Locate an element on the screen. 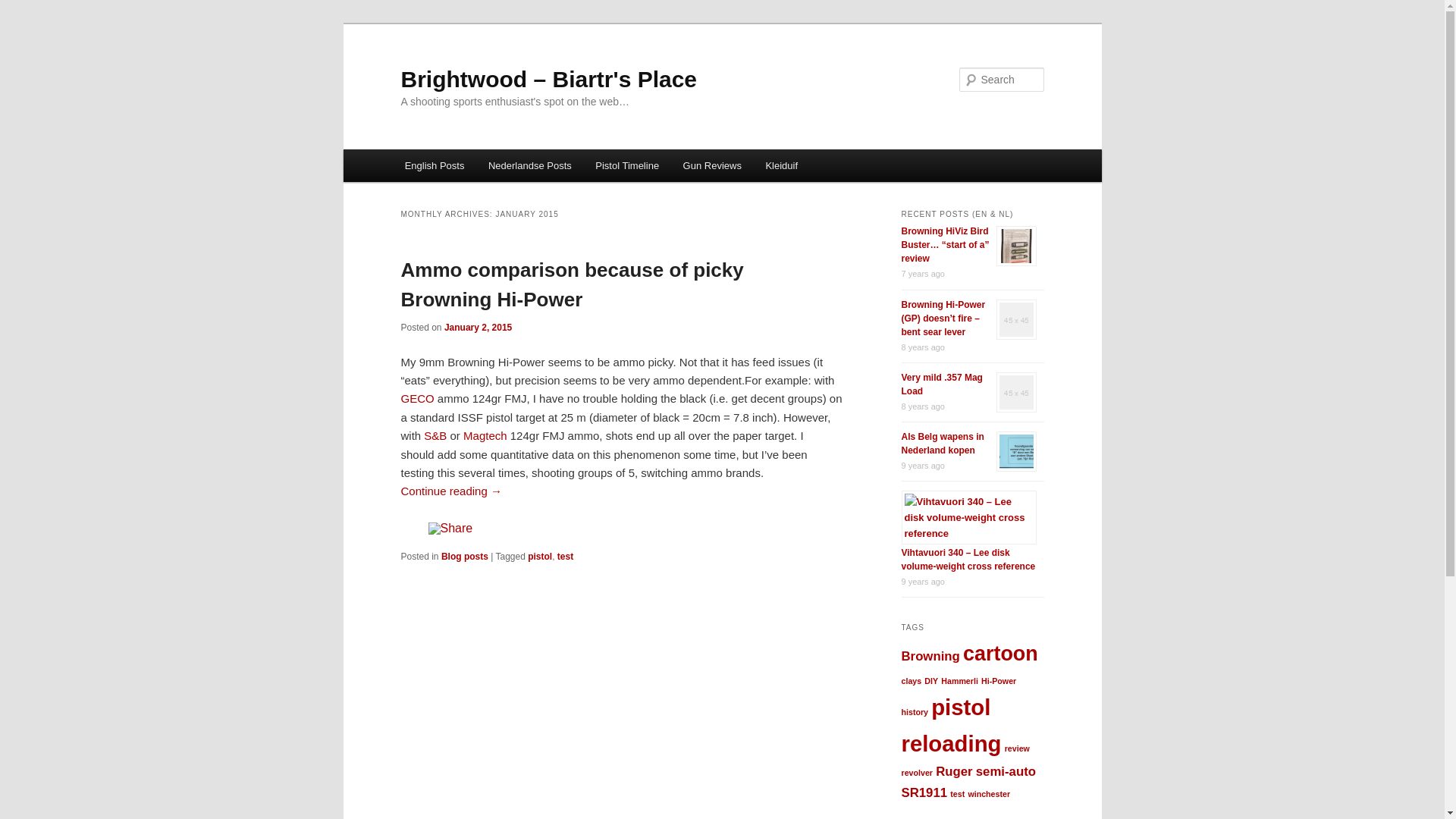 This screenshot has width=1456, height=819. 'SR1911' is located at coordinates (923, 792).